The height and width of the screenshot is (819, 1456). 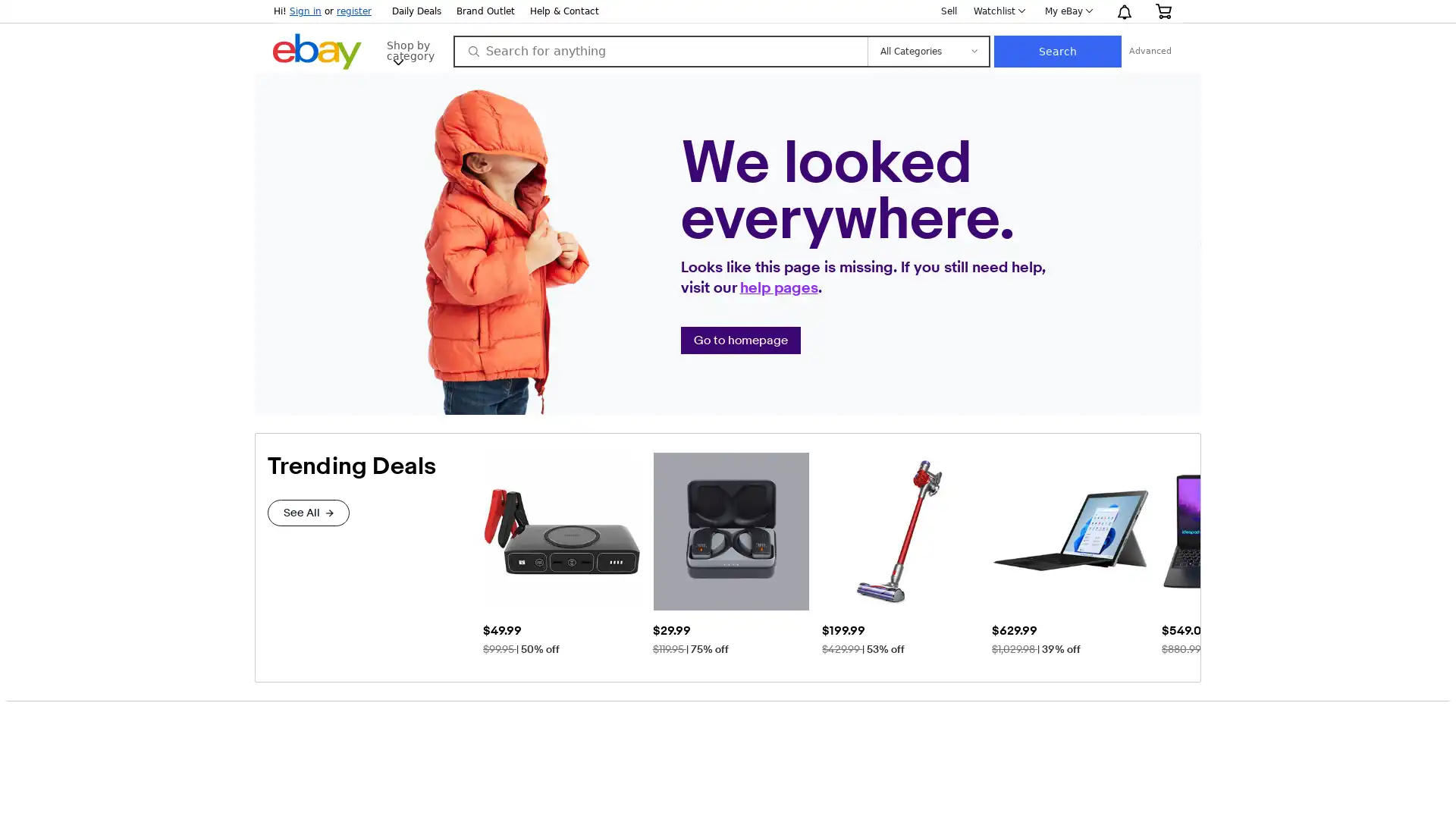 What do you see at coordinates (1124, 11) in the screenshot?
I see `Notification` at bounding box center [1124, 11].